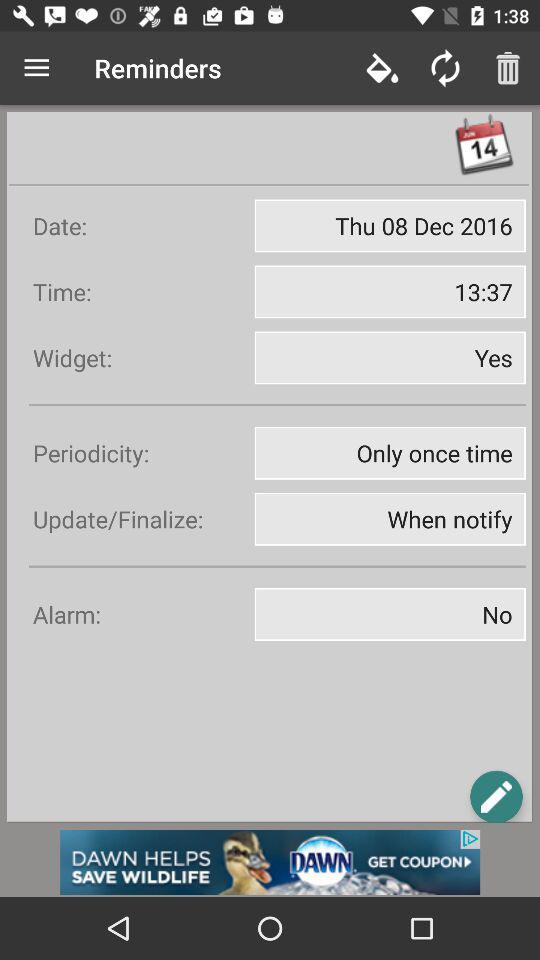 The width and height of the screenshot is (540, 960). Describe the element at coordinates (495, 796) in the screenshot. I see `search pega` at that location.